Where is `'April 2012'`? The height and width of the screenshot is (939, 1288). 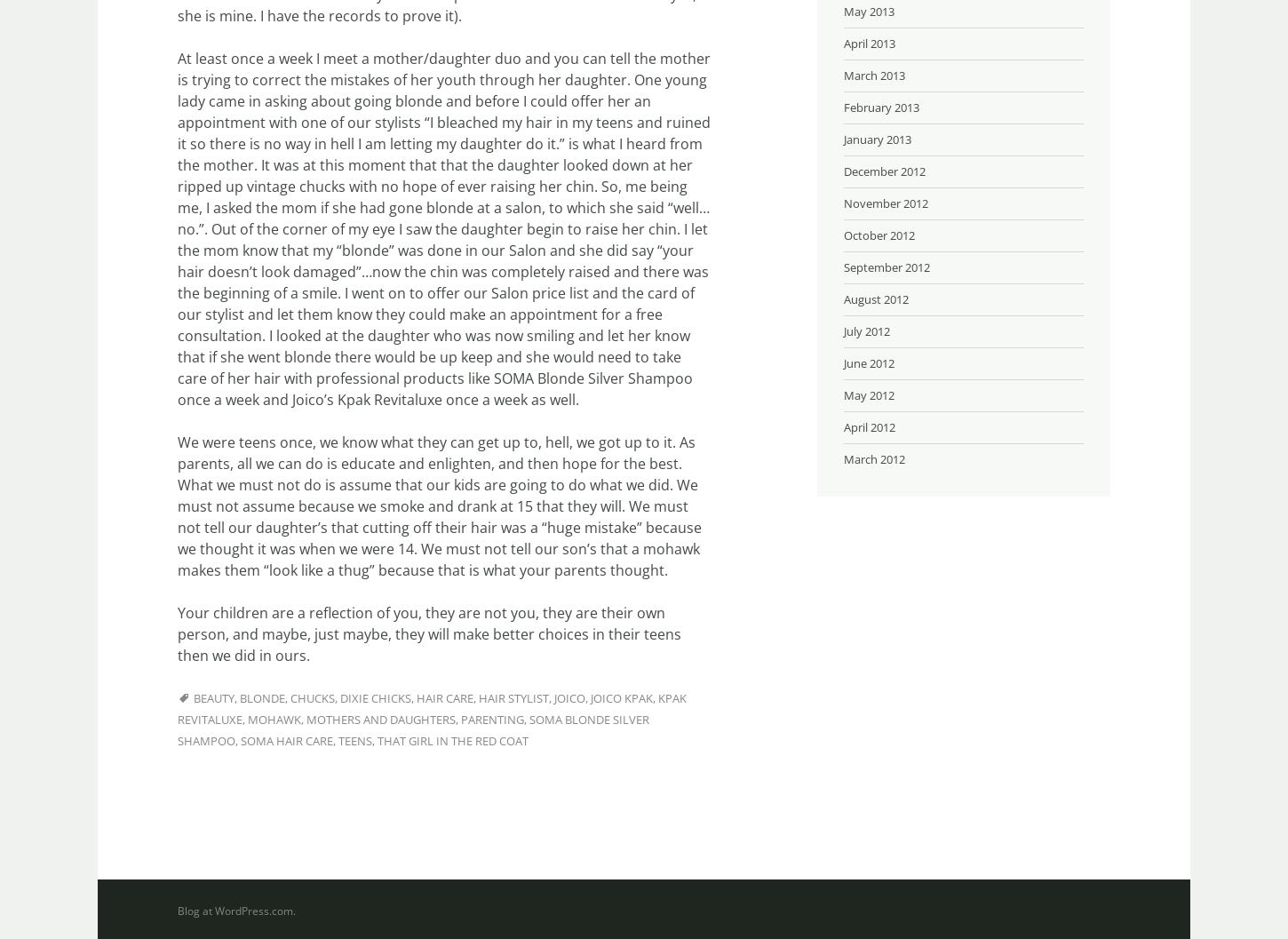
'April 2012' is located at coordinates (843, 427).